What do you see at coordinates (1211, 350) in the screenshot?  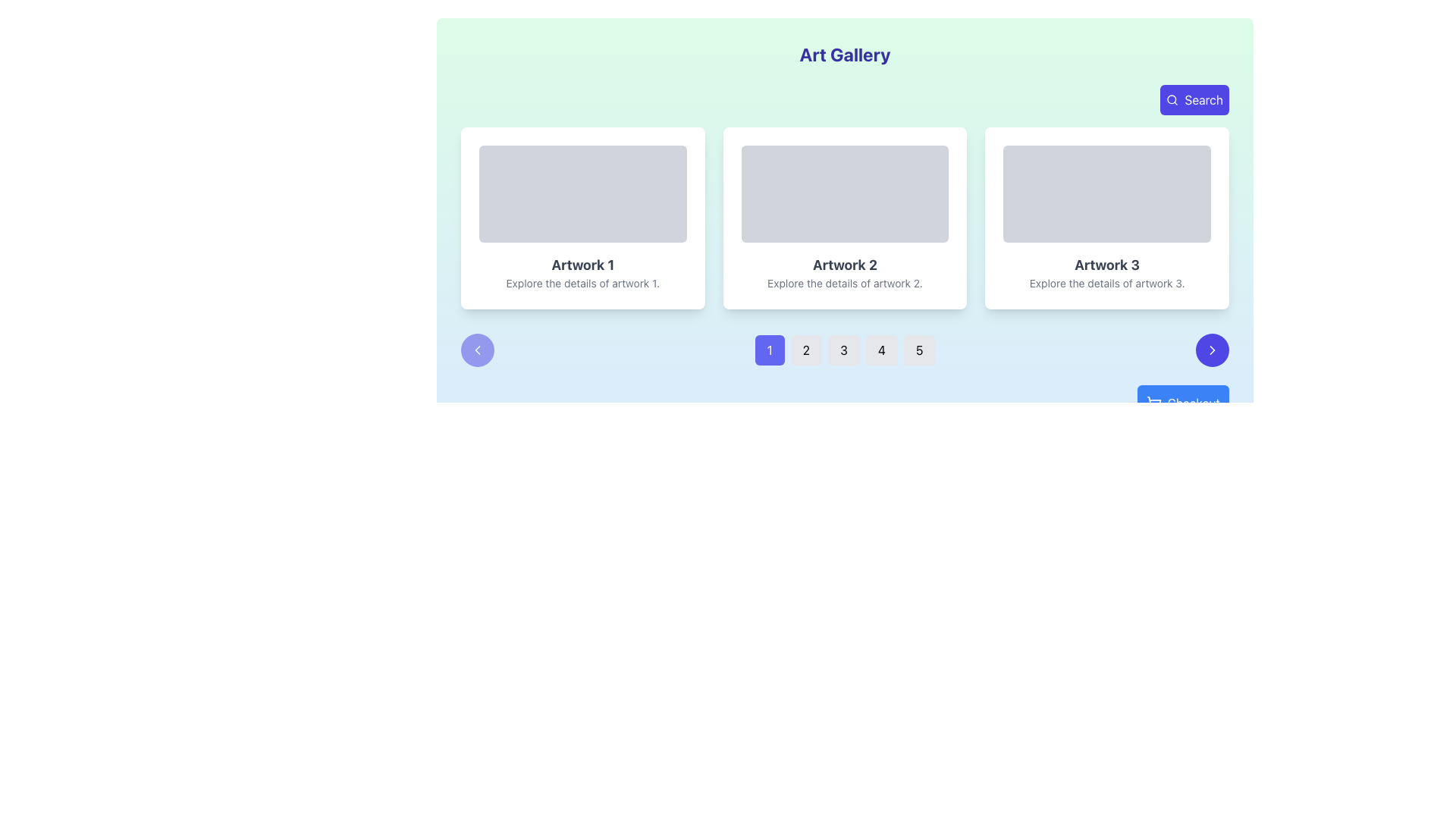 I see `the rightward-pointing chevron arrow icon within the circular button located in the bottom-right section of the interface` at bounding box center [1211, 350].